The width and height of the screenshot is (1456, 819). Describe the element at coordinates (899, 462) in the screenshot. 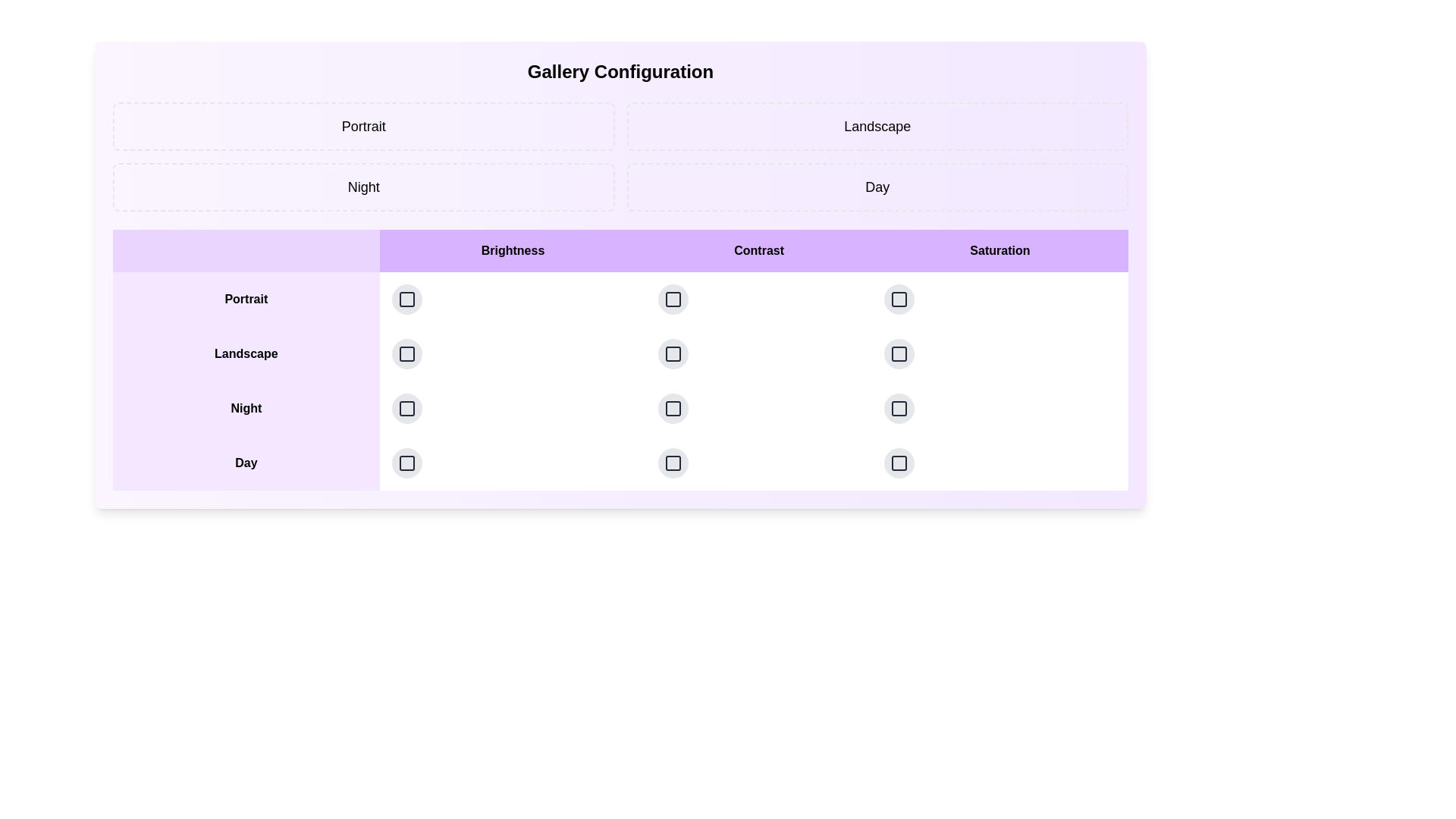

I see `the checkbox located at the intersection of the 'Day' row and 'Saturation' column` at that location.